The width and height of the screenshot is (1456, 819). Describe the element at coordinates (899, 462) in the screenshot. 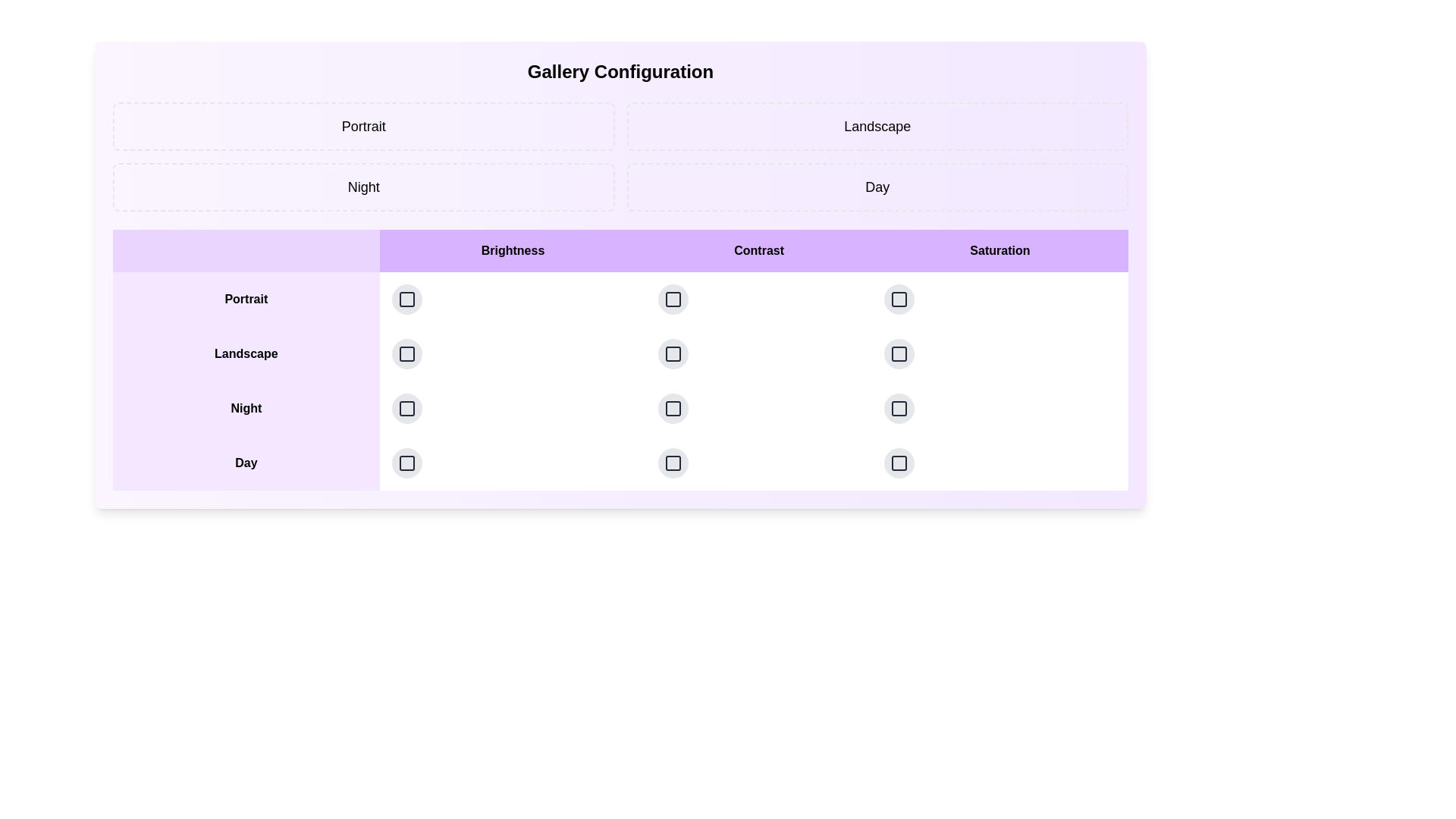

I see `the checkbox located at the intersection of the 'Day' row and 'Saturation' column` at that location.